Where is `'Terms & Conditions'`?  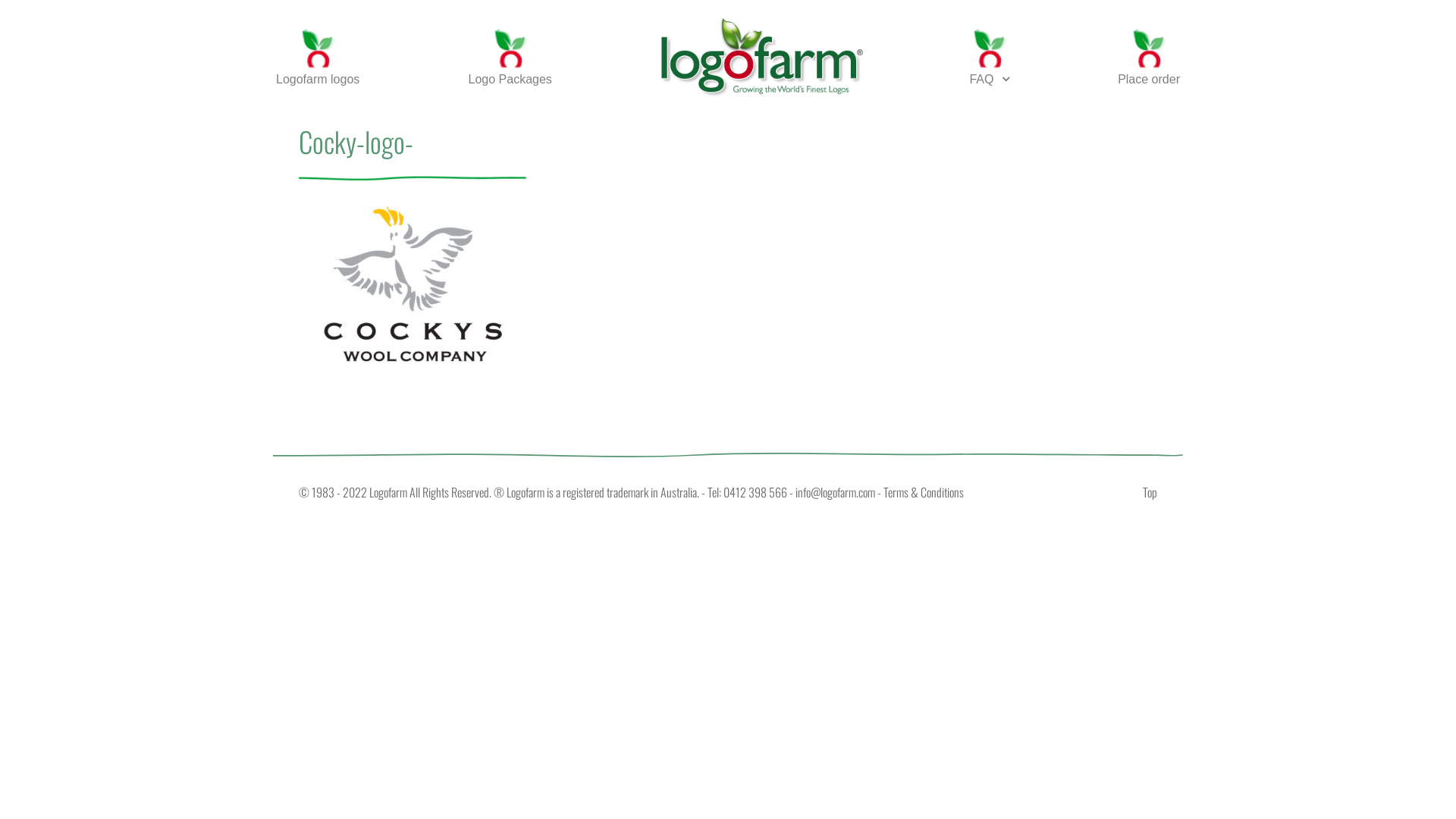 'Terms & Conditions' is located at coordinates (923, 491).